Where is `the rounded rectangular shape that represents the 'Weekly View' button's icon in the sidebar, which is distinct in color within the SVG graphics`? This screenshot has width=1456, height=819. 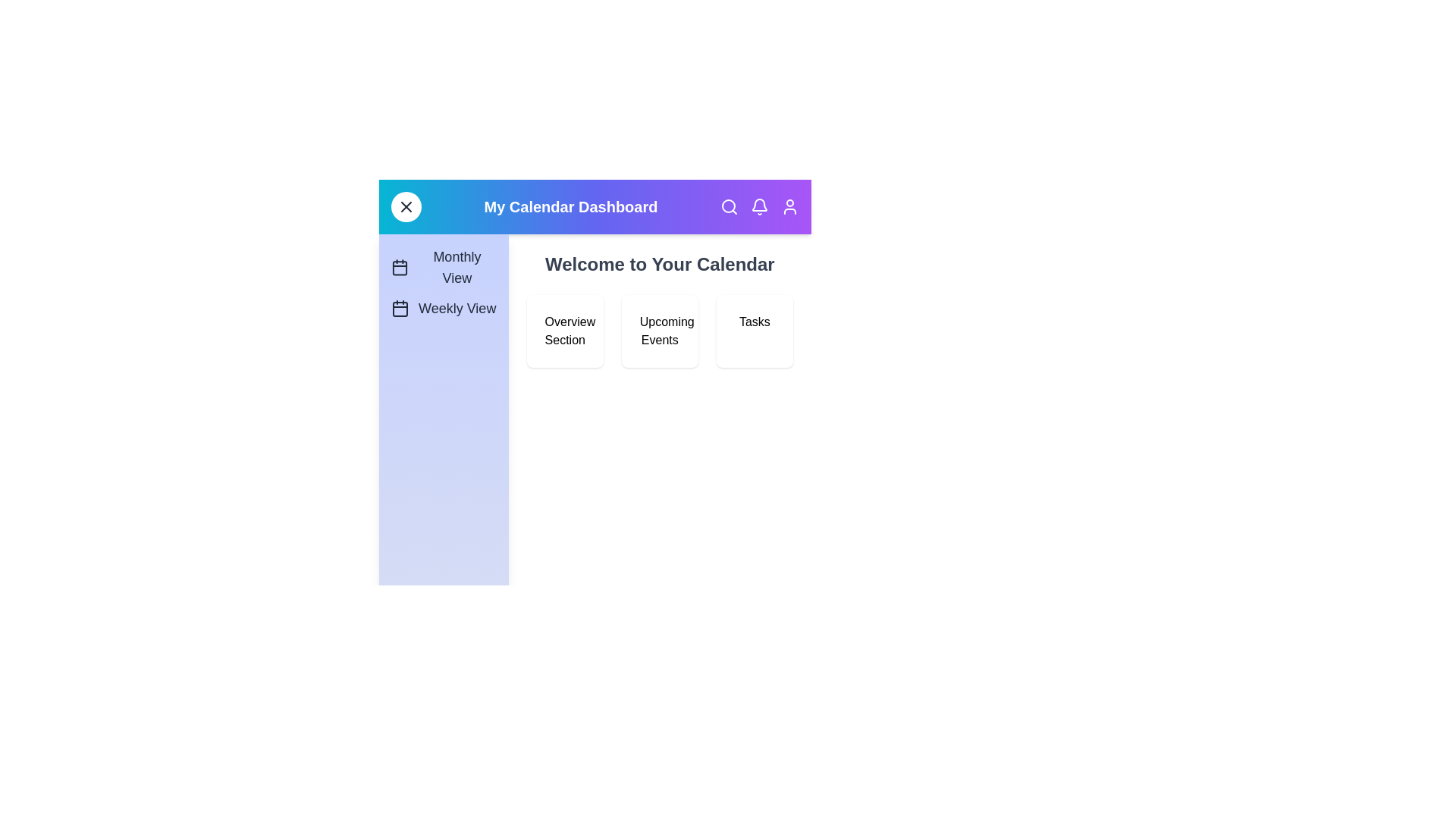 the rounded rectangular shape that represents the 'Weekly View' button's icon in the sidebar, which is distinct in color within the SVG graphics is located at coordinates (400, 309).